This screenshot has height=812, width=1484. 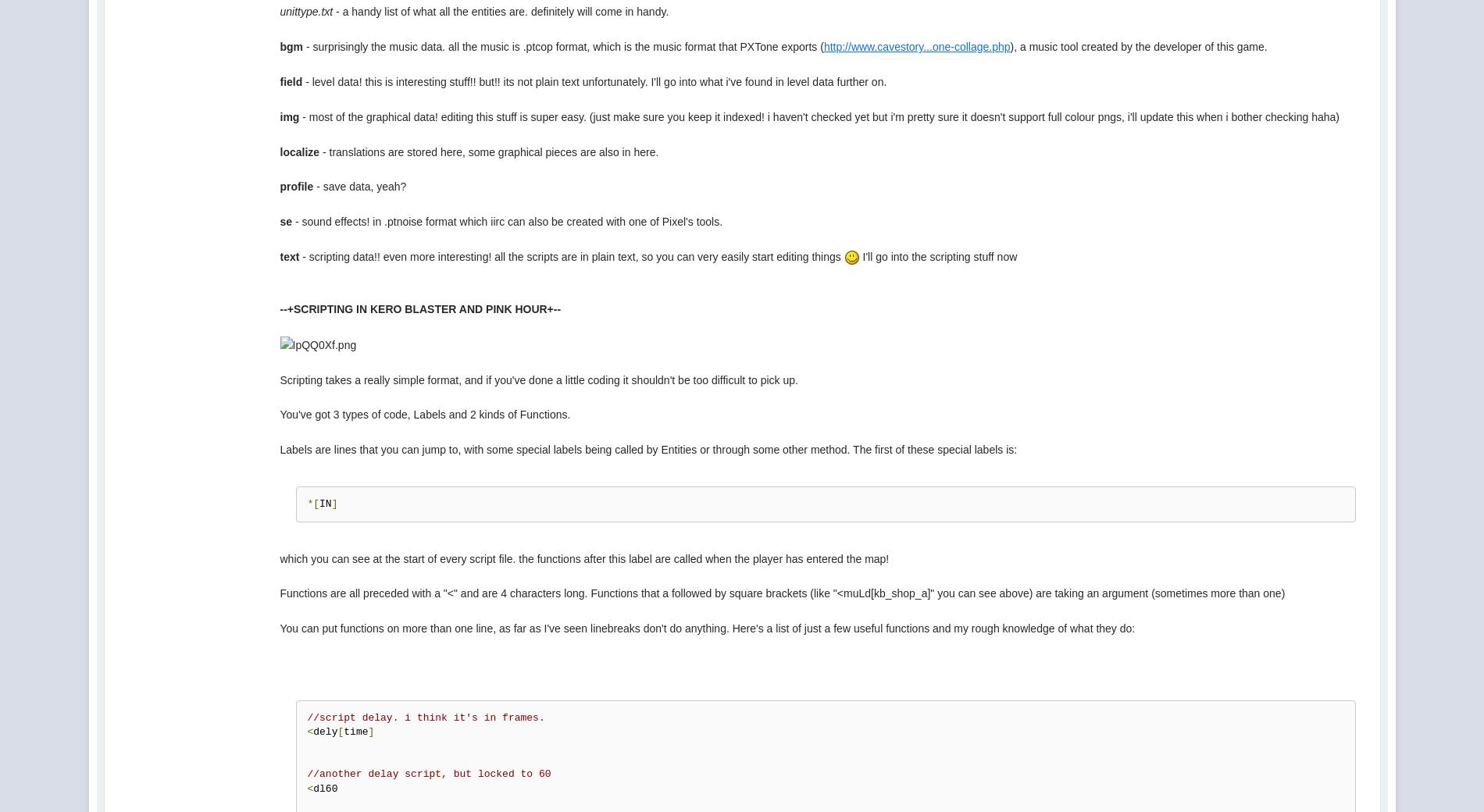 I want to click on 'dl60', so click(x=324, y=788).